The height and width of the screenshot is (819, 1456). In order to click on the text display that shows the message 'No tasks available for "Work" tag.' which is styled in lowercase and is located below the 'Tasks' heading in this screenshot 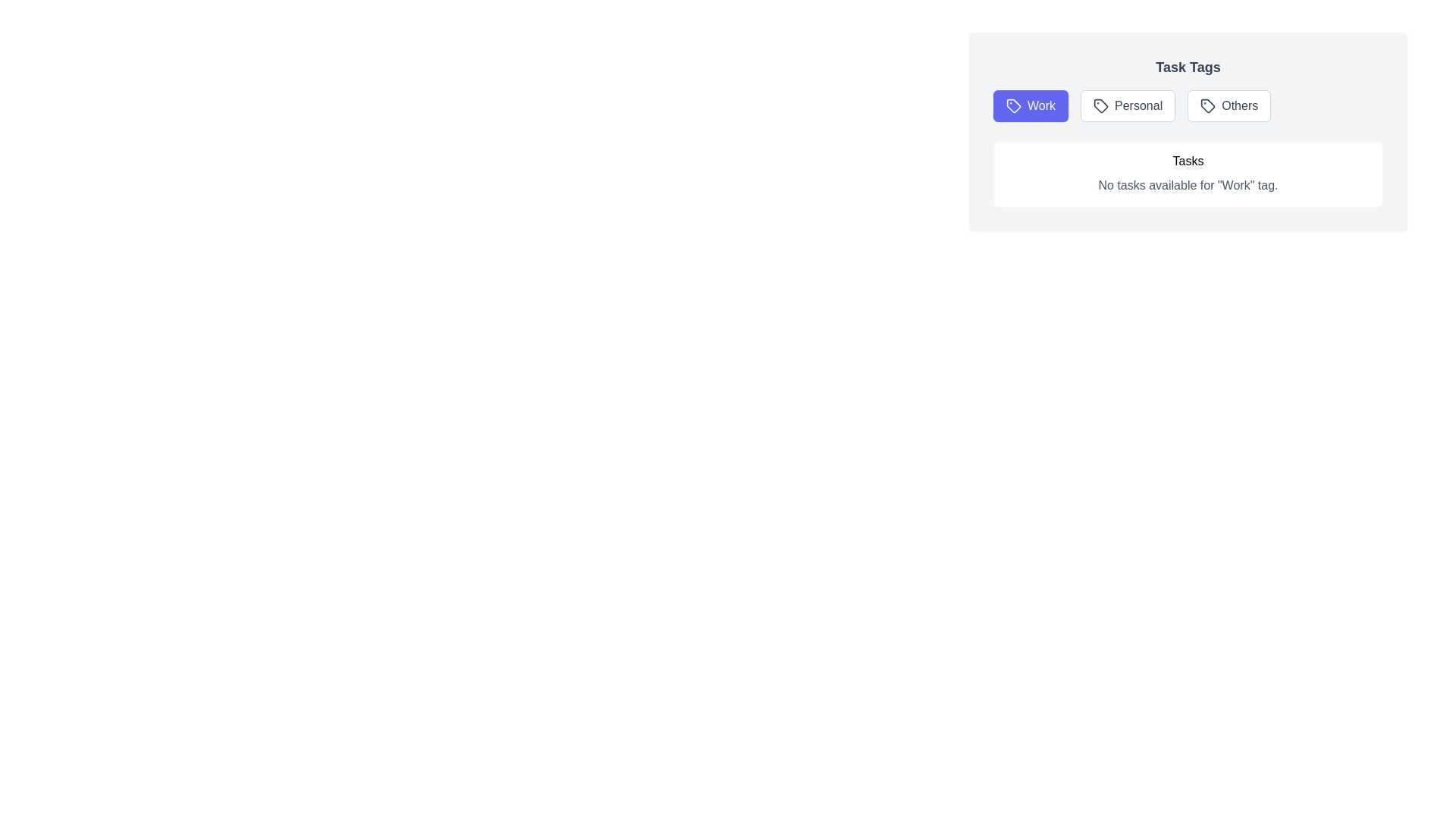, I will do `click(1187, 185)`.